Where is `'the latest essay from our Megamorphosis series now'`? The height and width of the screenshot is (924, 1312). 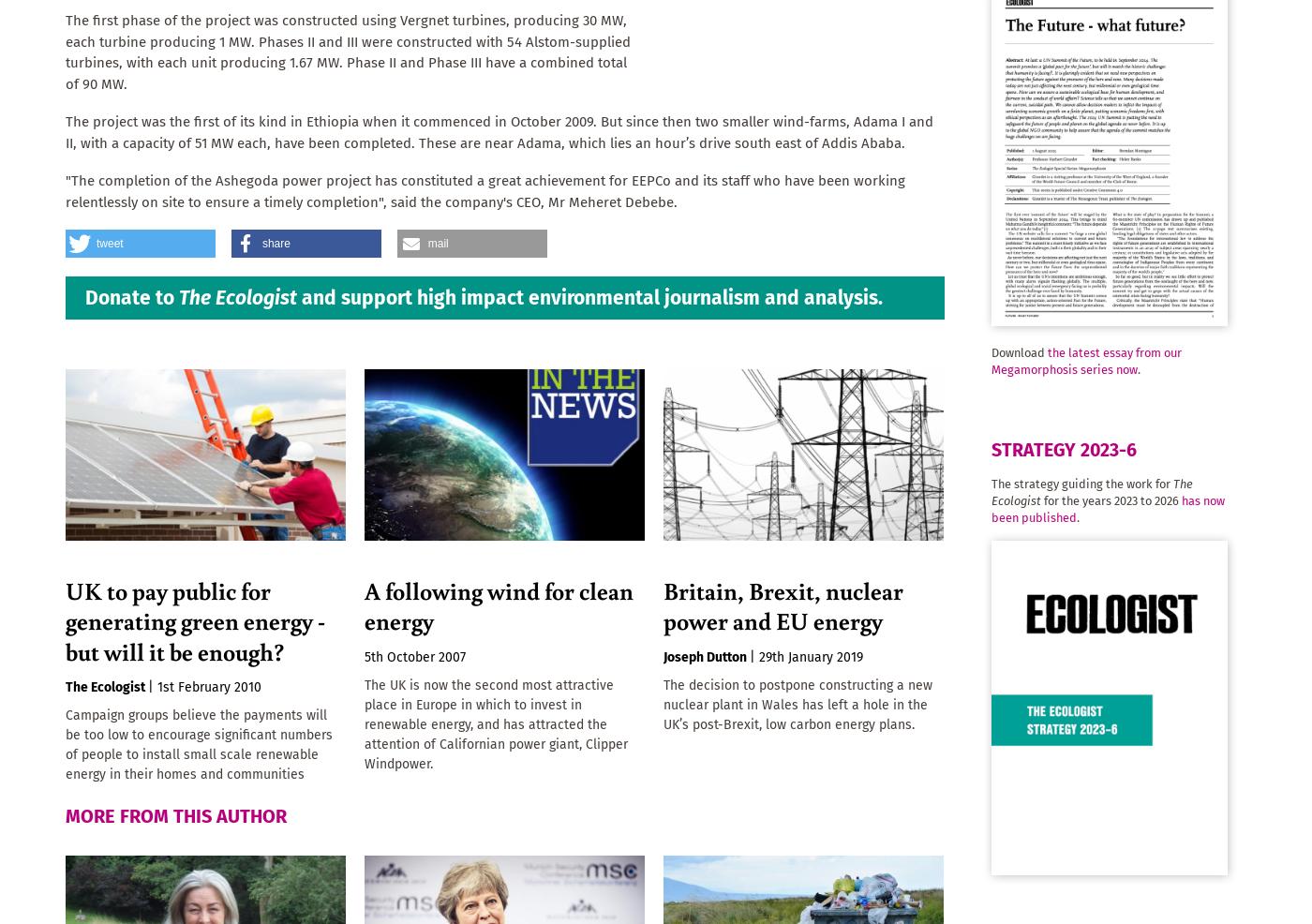
'the latest essay from our Megamorphosis series now' is located at coordinates (1085, 360).